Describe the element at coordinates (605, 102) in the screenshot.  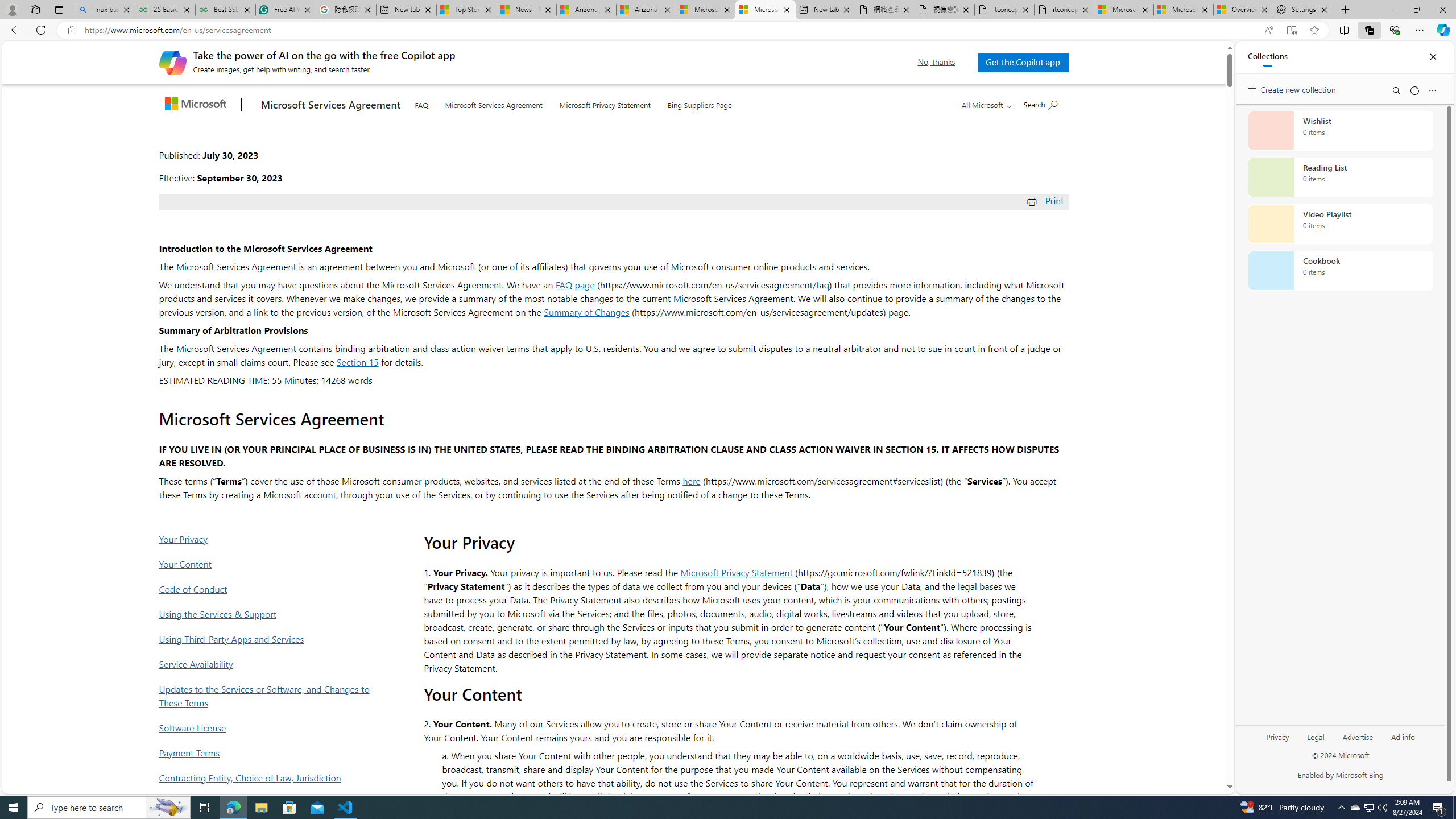
I see `'Microsoft Privacy Statement'` at that location.